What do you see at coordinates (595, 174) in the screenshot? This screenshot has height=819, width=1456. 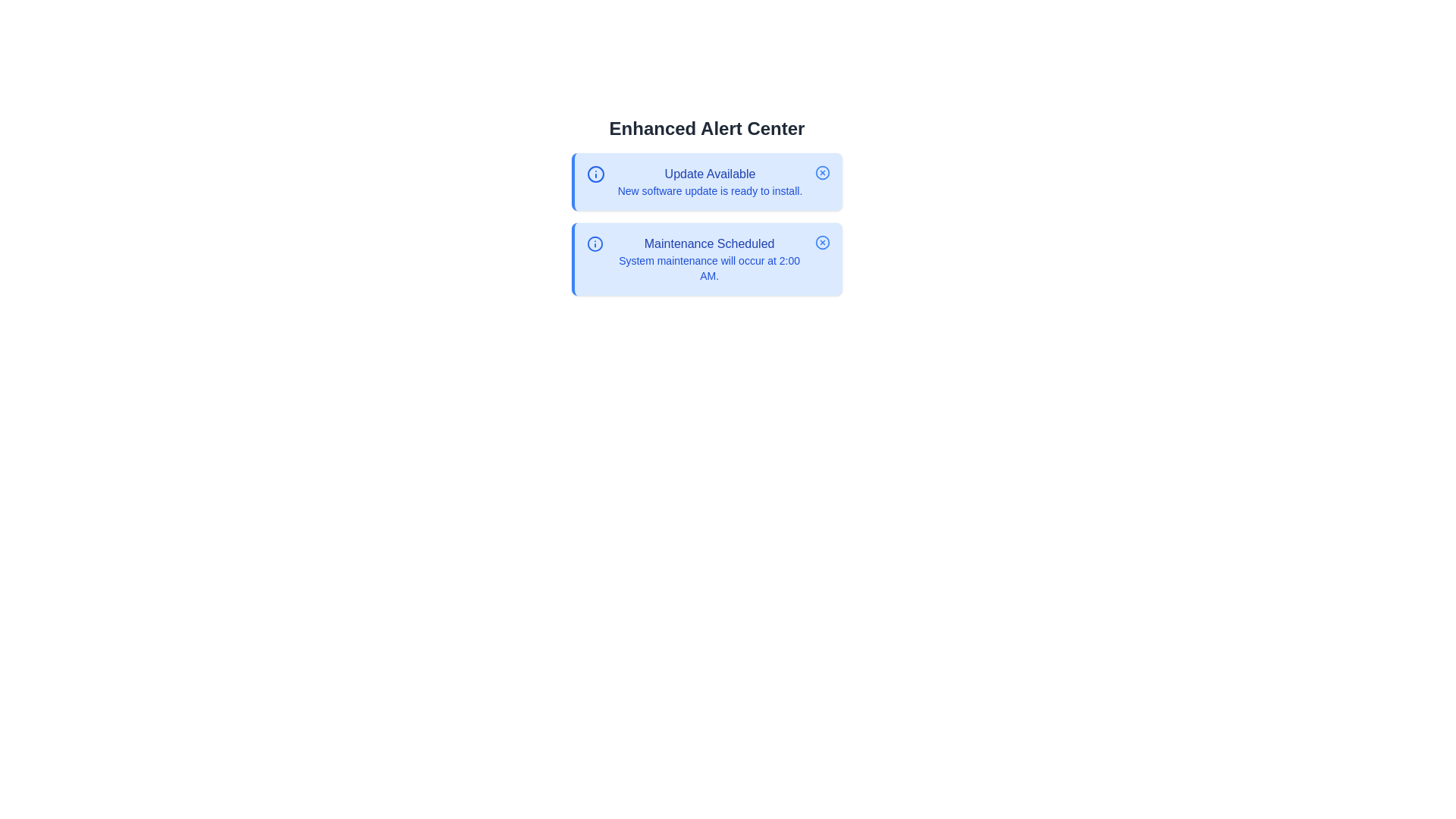 I see `the information icon to inspect it` at bounding box center [595, 174].